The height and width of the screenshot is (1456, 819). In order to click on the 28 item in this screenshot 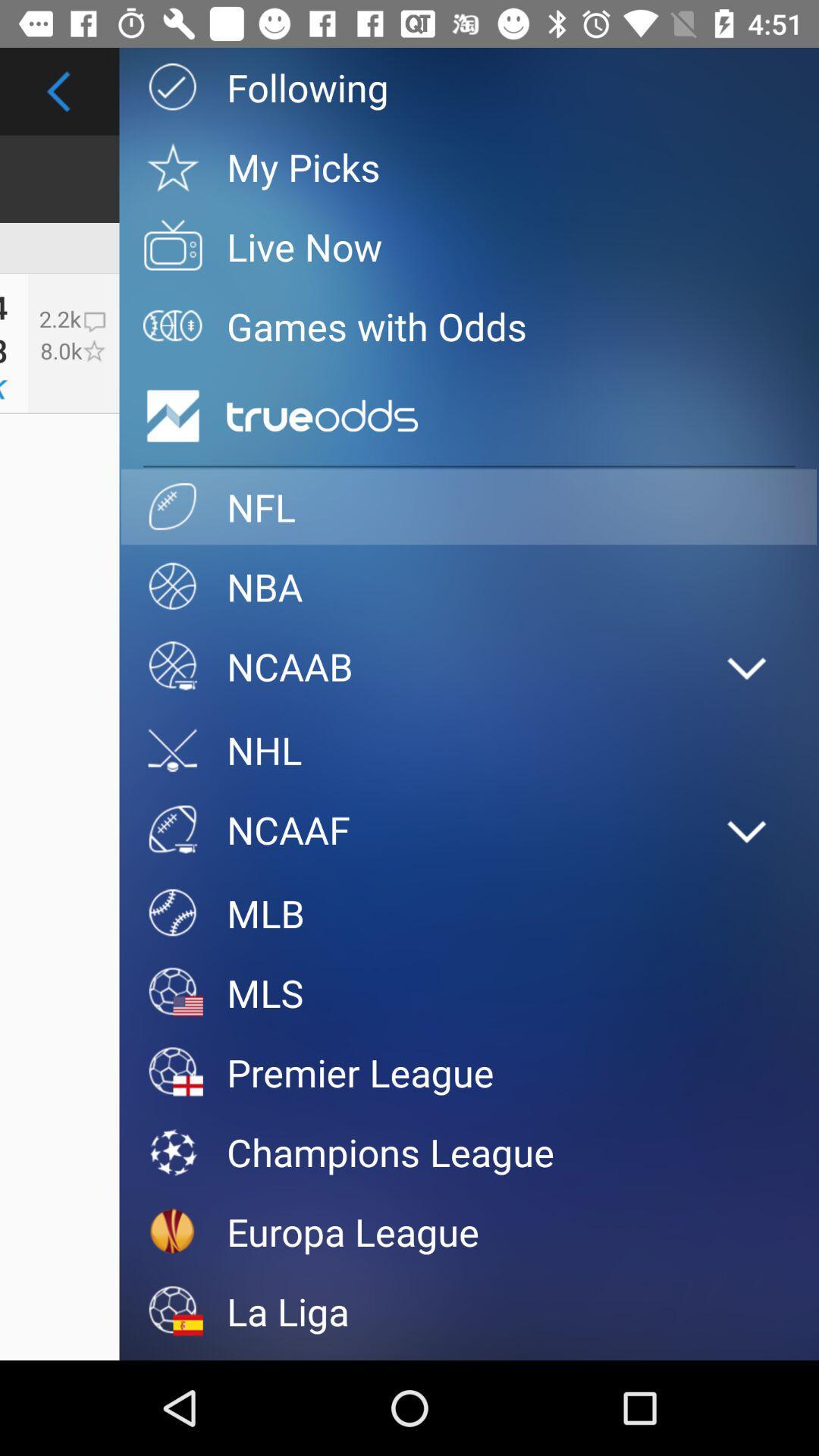, I will do `click(4, 349)`.